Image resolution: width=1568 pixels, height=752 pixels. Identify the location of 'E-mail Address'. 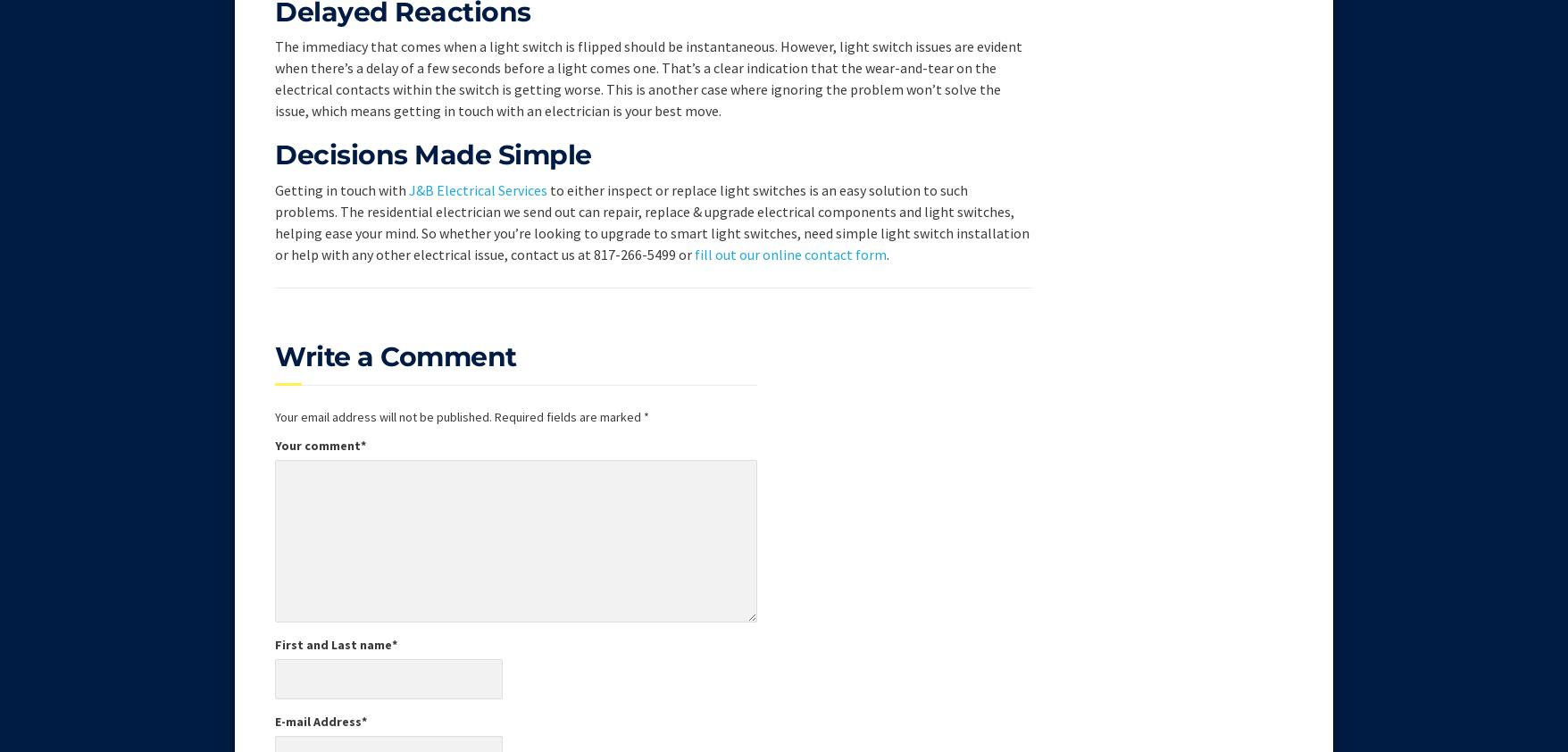
(317, 720).